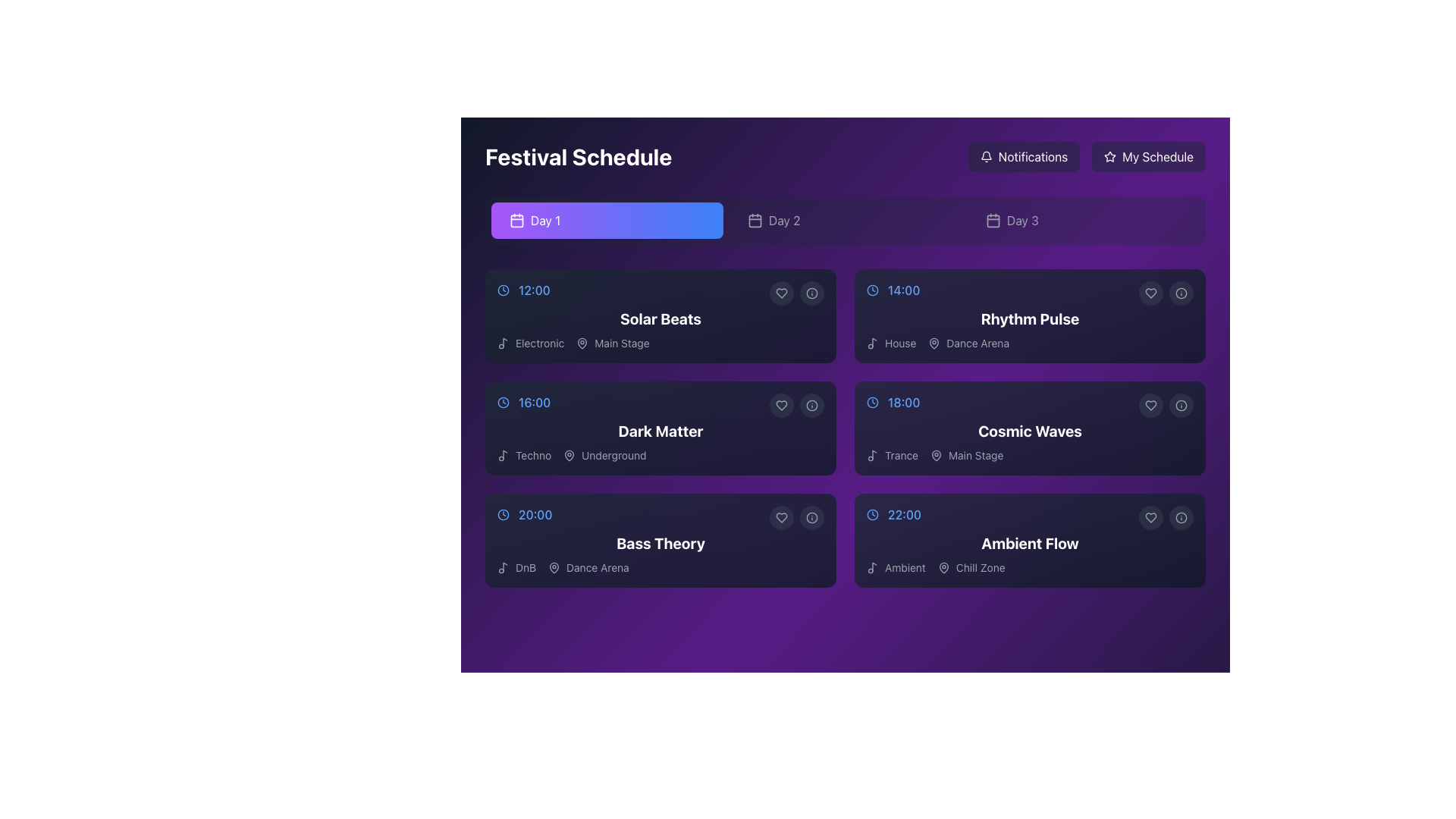 Image resolution: width=1456 pixels, height=819 pixels. Describe the element at coordinates (582, 343) in the screenshot. I see `the map pin icon located to the left of the 'Main Stage' text in the 'Solar Beats' schedule entry under the 'Day 1' tab` at that location.